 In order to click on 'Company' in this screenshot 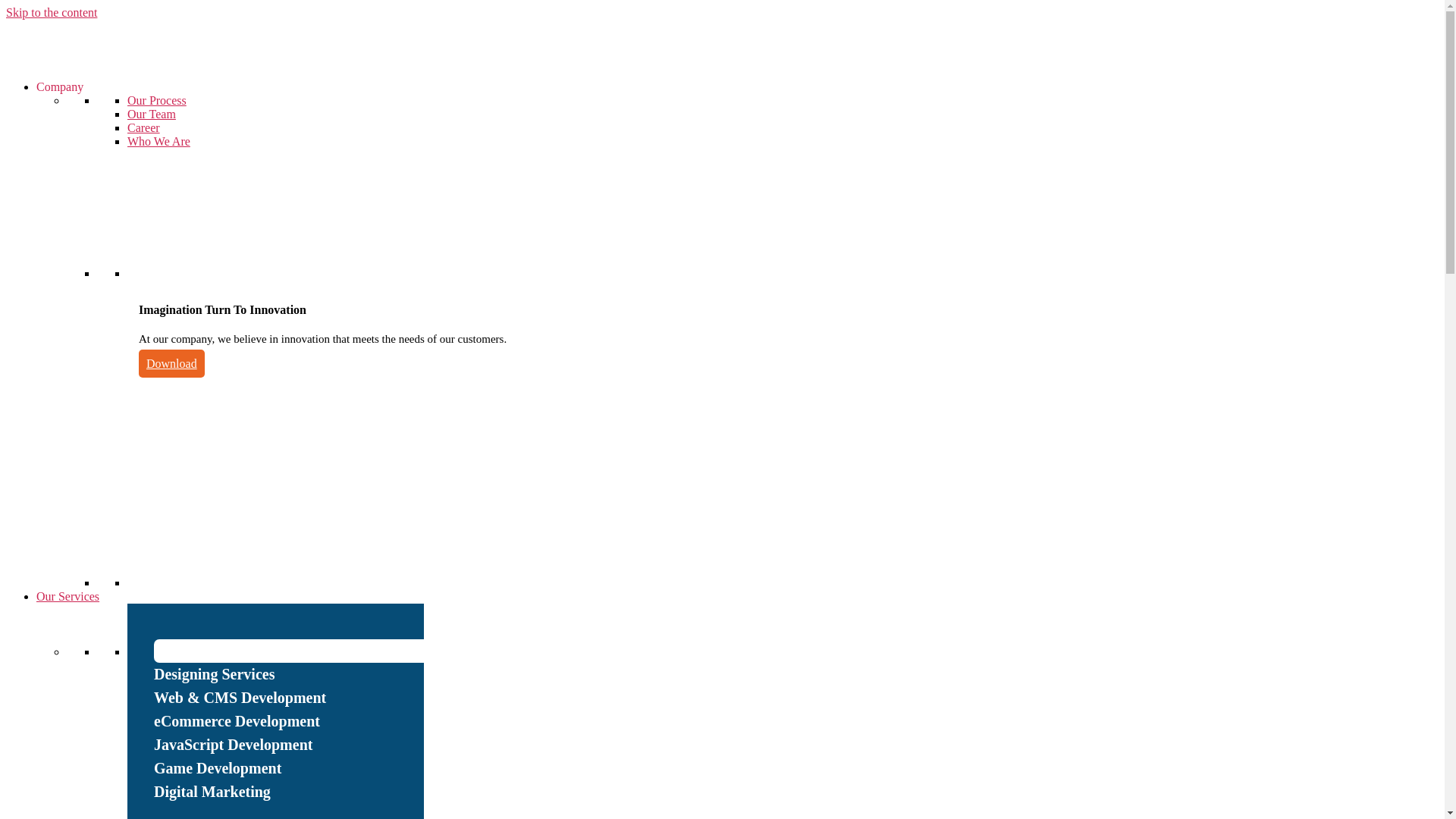, I will do `click(36, 86)`.